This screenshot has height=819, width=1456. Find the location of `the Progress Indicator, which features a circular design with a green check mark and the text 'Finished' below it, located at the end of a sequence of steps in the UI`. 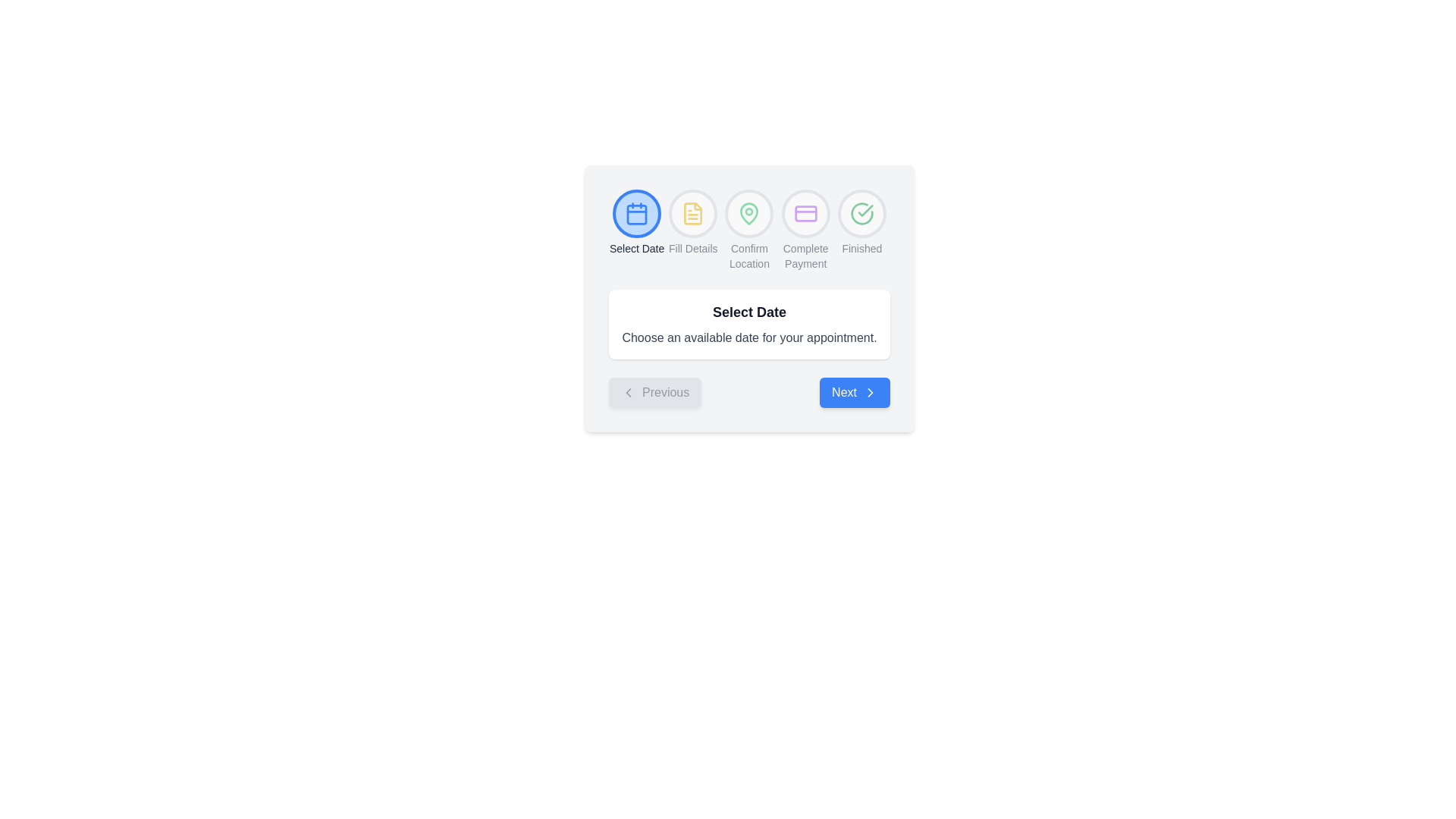

the Progress Indicator, which features a circular design with a green check mark and the text 'Finished' below it, located at the end of a sequence of steps in the UI is located at coordinates (861, 231).